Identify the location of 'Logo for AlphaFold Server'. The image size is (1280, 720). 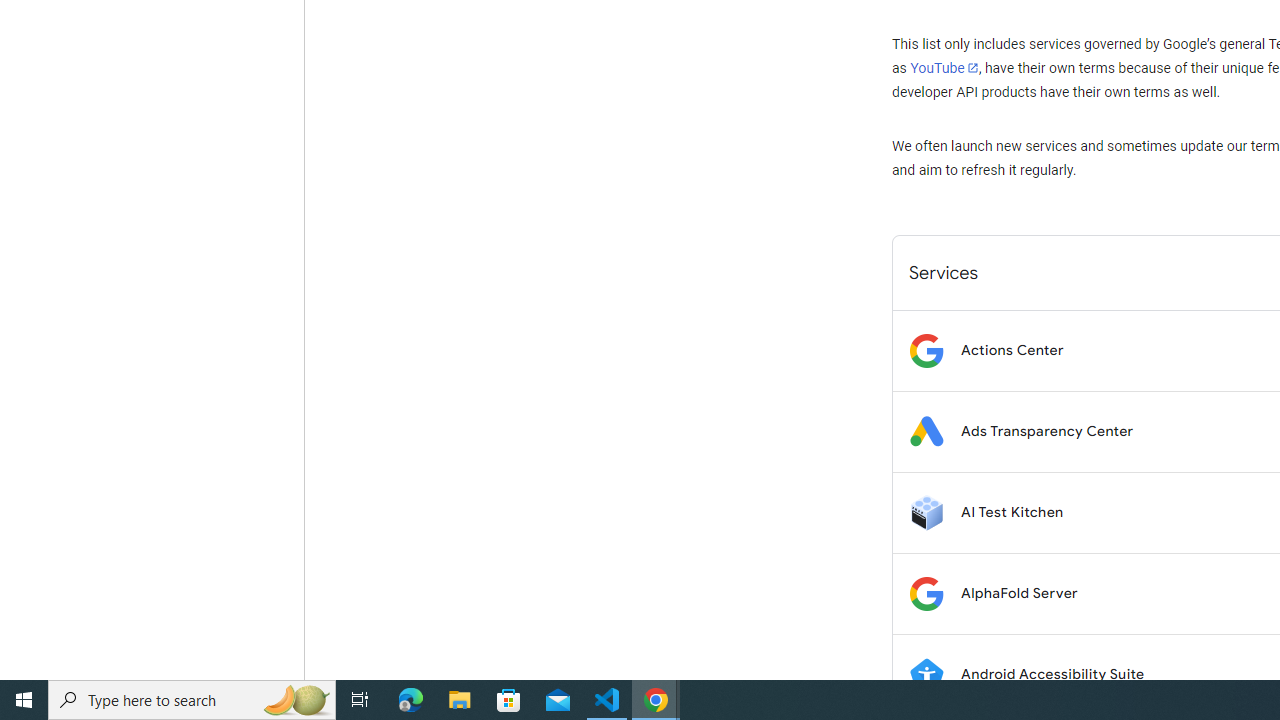
(925, 592).